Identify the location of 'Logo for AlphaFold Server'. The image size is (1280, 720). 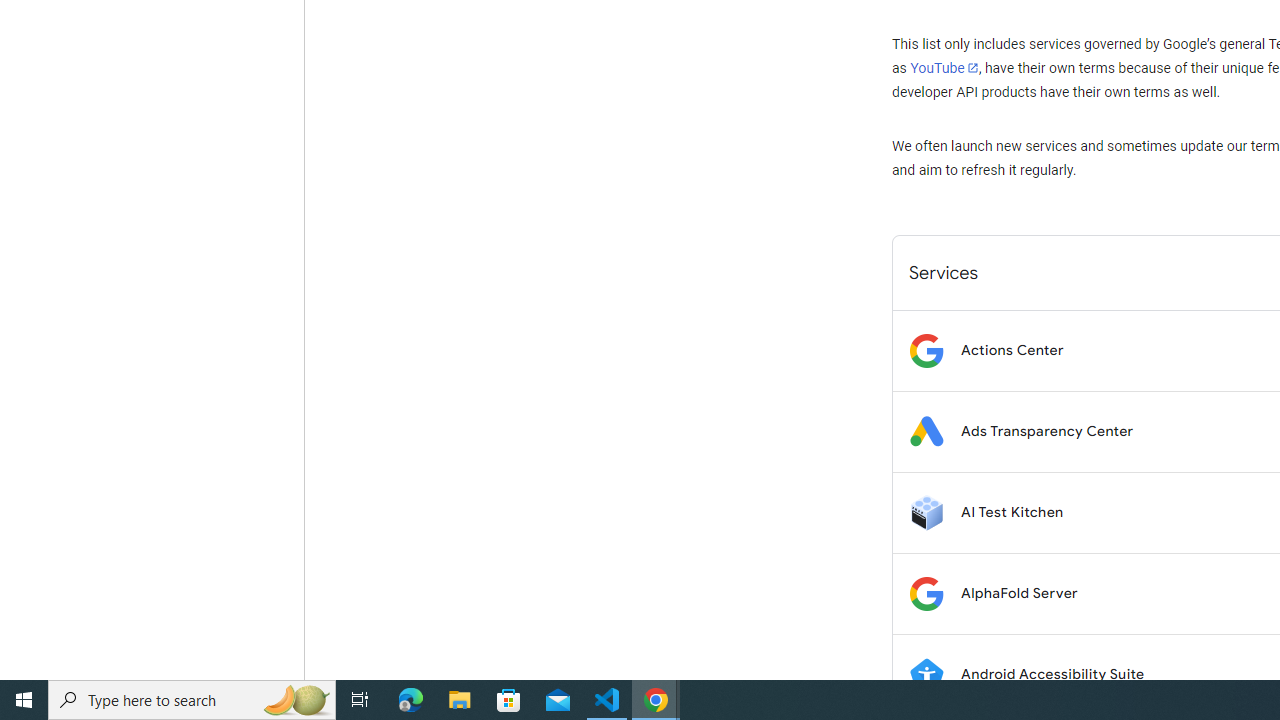
(925, 592).